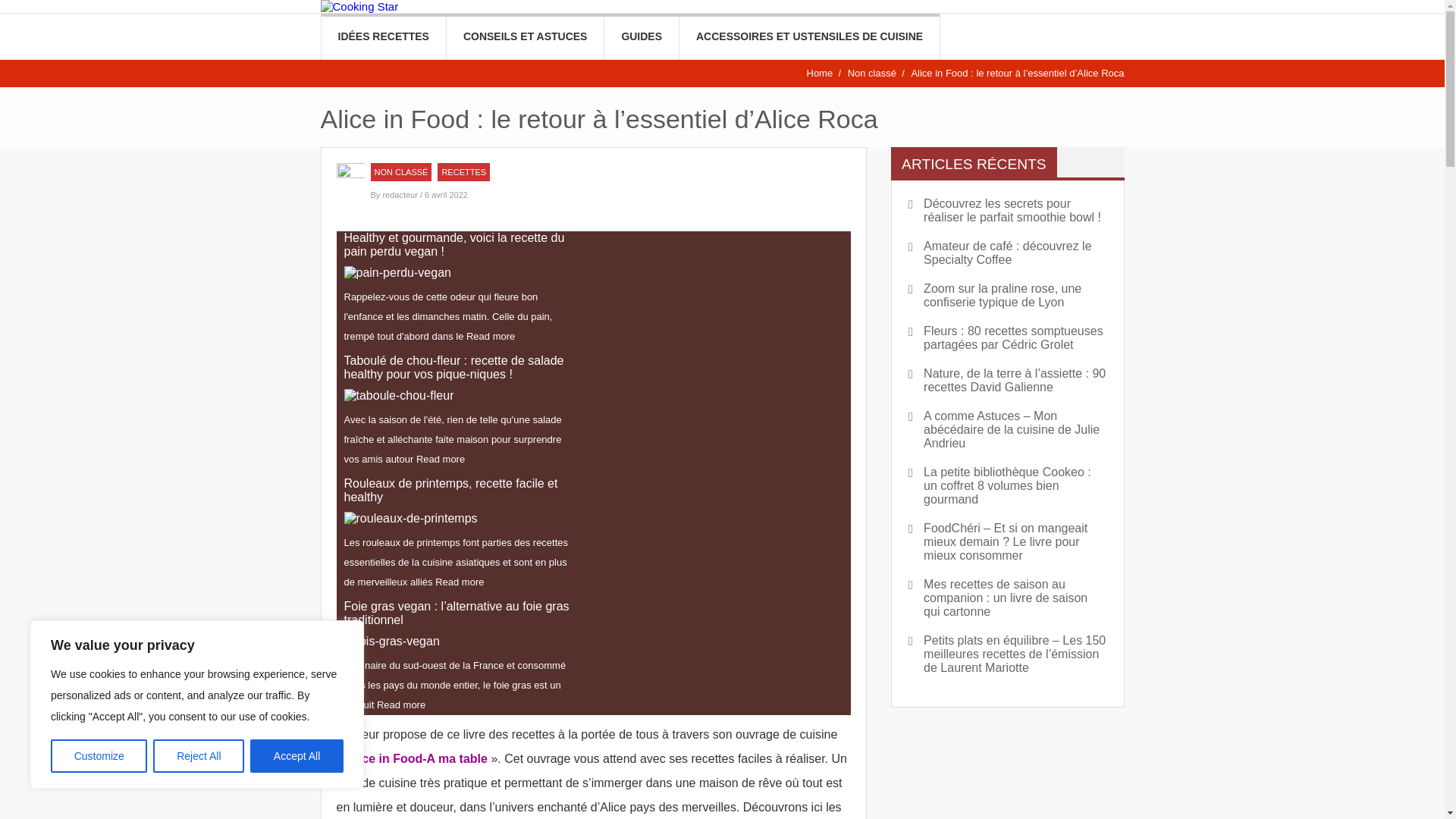 This screenshot has height=819, width=1456. Describe the element at coordinates (463, 171) in the screenshot. I see `'RECETTES'` at that location.